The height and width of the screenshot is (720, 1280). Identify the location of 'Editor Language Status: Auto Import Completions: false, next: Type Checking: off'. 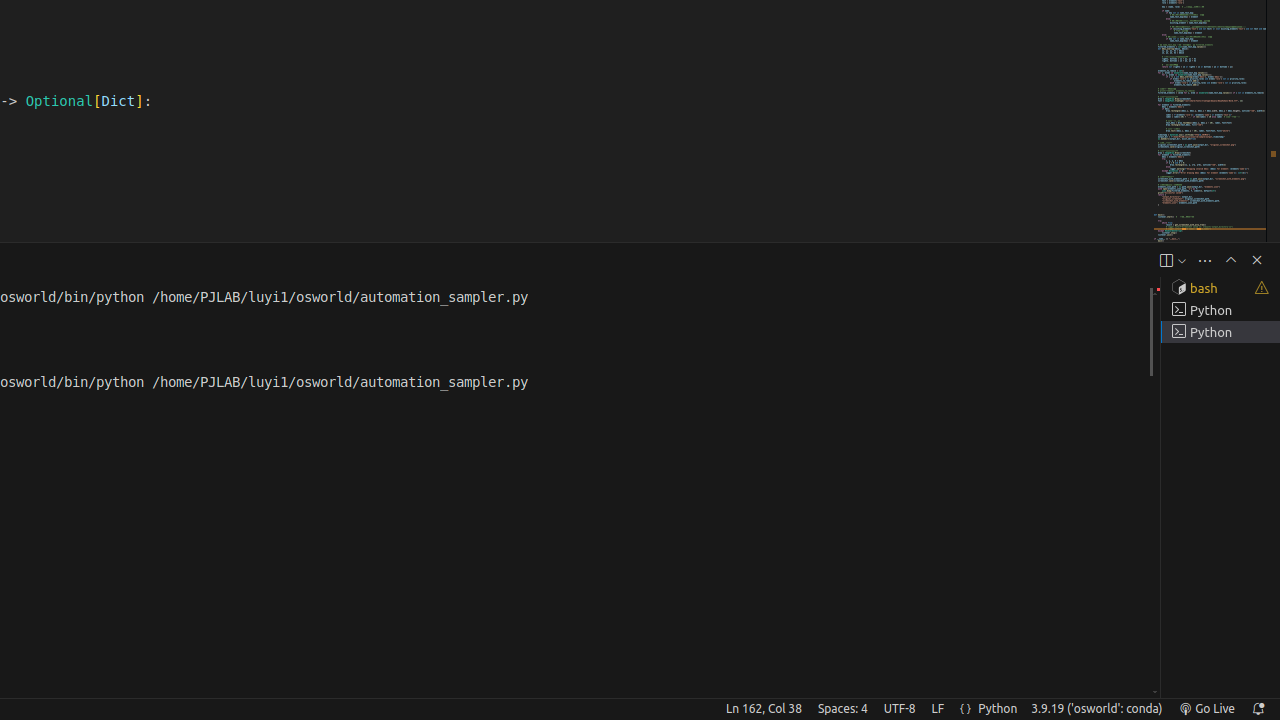
(965, 707).